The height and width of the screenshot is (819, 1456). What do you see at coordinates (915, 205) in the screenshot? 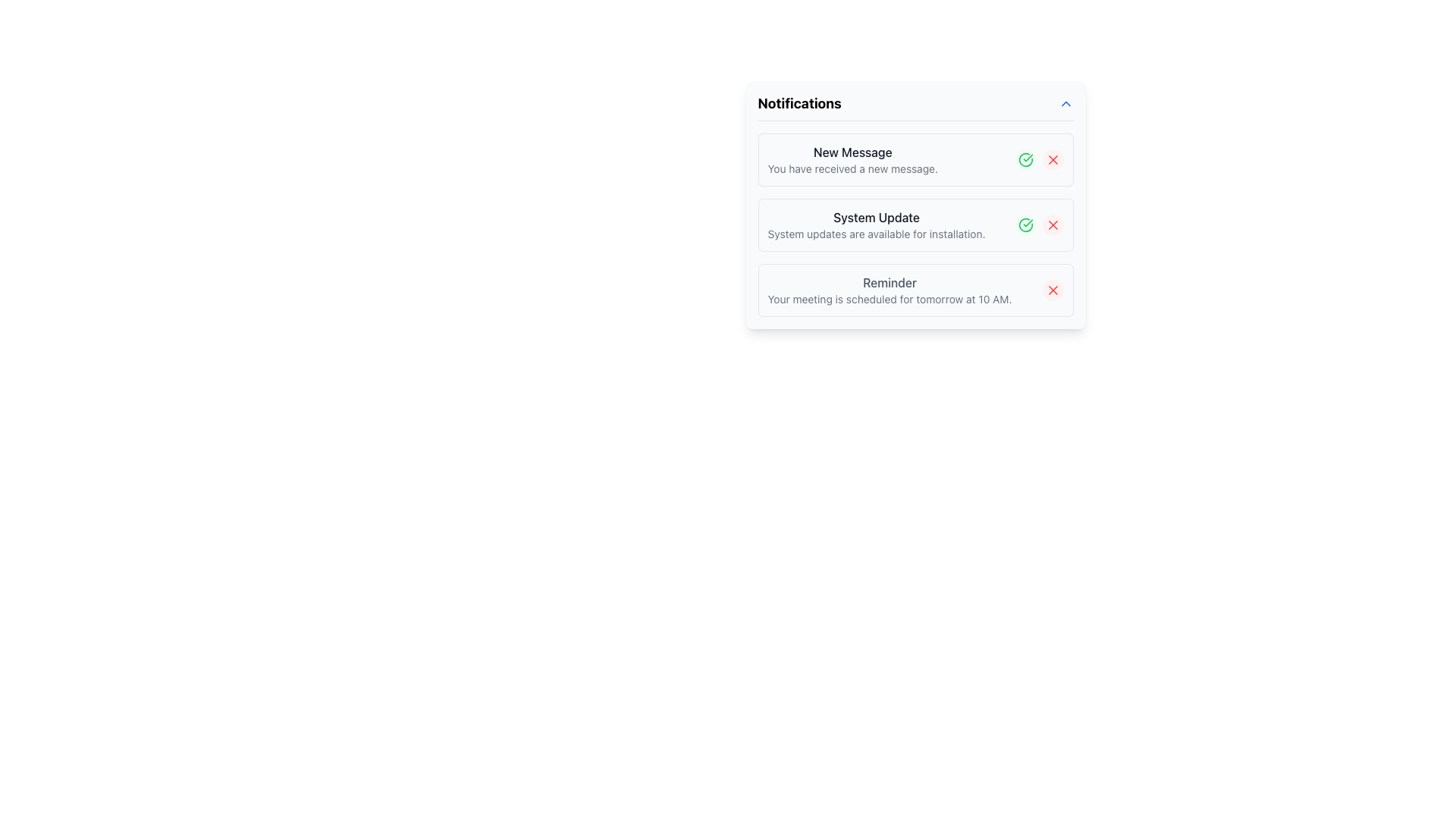
I see `the 'System Update' notification` at bounding box center [915, 205].